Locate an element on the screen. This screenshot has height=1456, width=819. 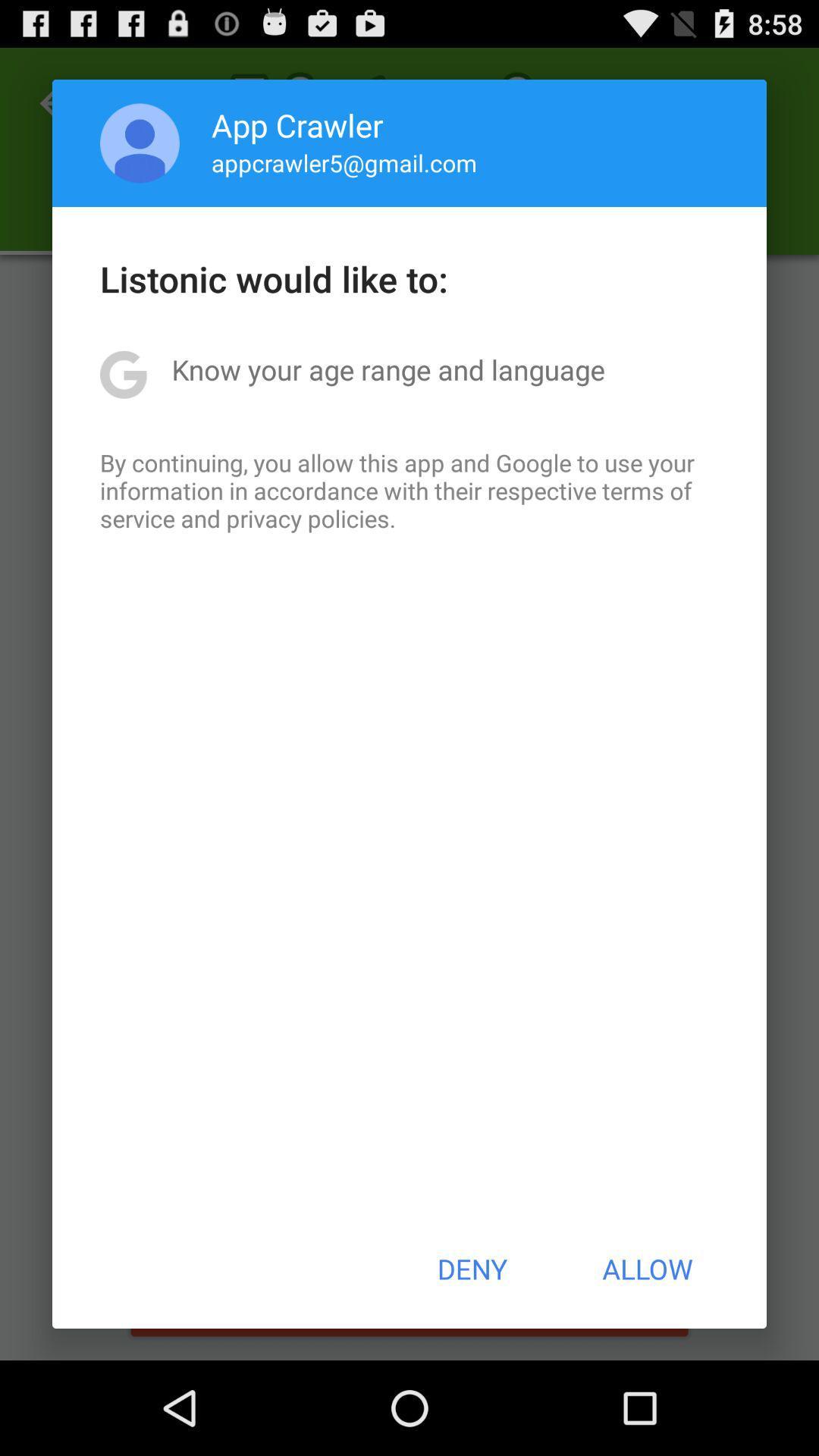
the app crawler item is located at coordinates (297, 124).